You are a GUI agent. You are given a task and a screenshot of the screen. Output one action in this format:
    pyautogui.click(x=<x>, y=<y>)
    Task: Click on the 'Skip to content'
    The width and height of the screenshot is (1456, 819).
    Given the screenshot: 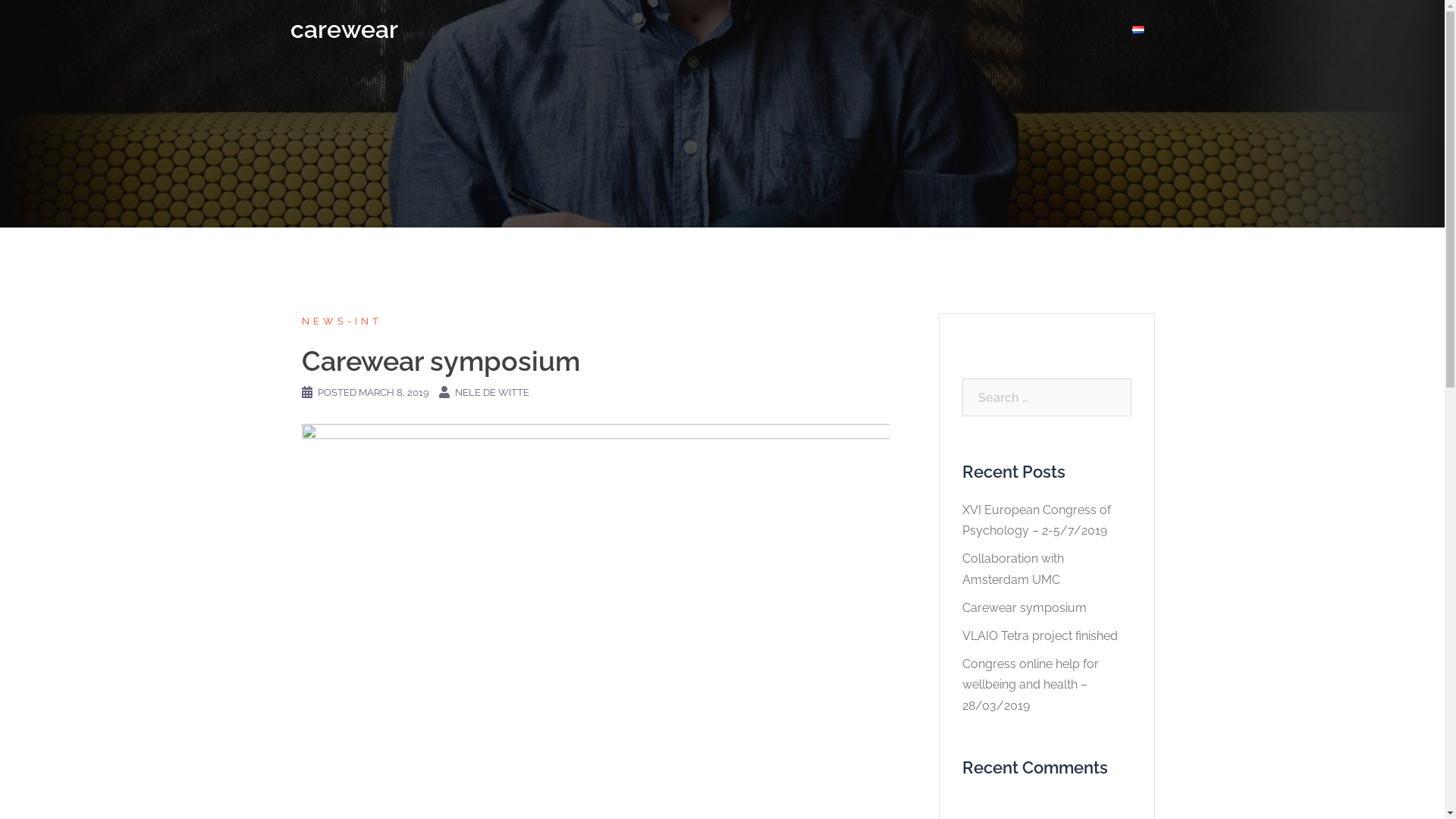 What is the action you would take?
    pyautogui.click(x=0, y=0)
    